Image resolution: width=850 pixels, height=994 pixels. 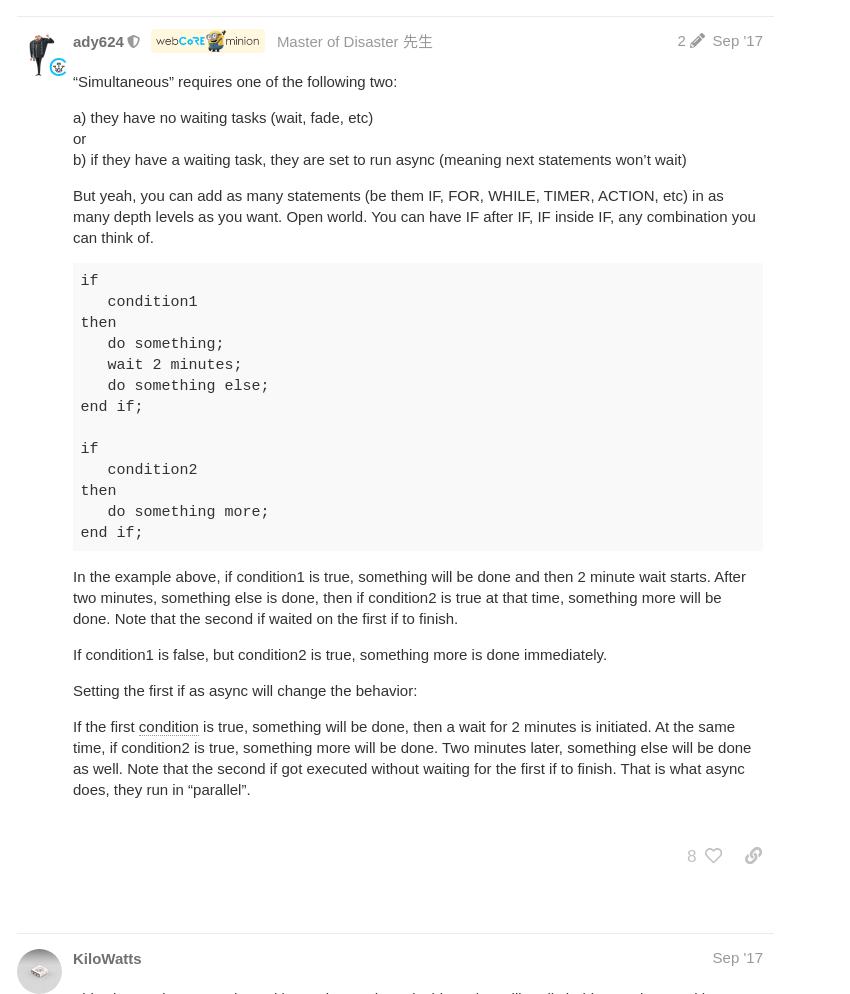 I want to click on 'In the example above, if condition1 is true, something will be done and then 2 minute wait starts. After two minutes, something else is done, then if condition2 is true at that time, something more will be done. Note that the second if waited on the first if to finish.', so click(x=409, y=597).